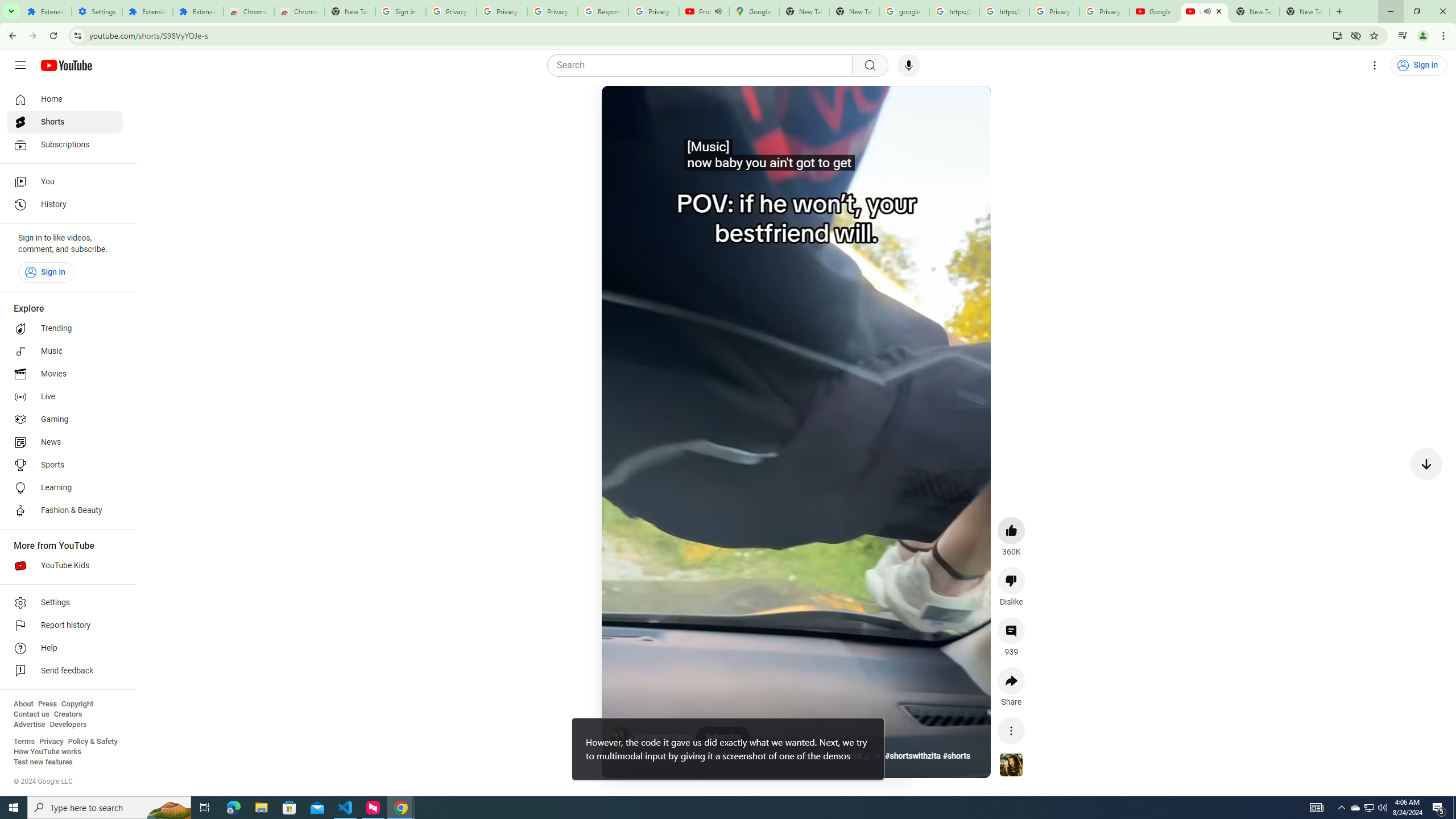 Image resolution: width=1456 pixels, height=819 pixels. What do you see at coordinates (1206, 11) in the screenshot?
I see `'Mute tab'` at bounding box center [1206, 11].